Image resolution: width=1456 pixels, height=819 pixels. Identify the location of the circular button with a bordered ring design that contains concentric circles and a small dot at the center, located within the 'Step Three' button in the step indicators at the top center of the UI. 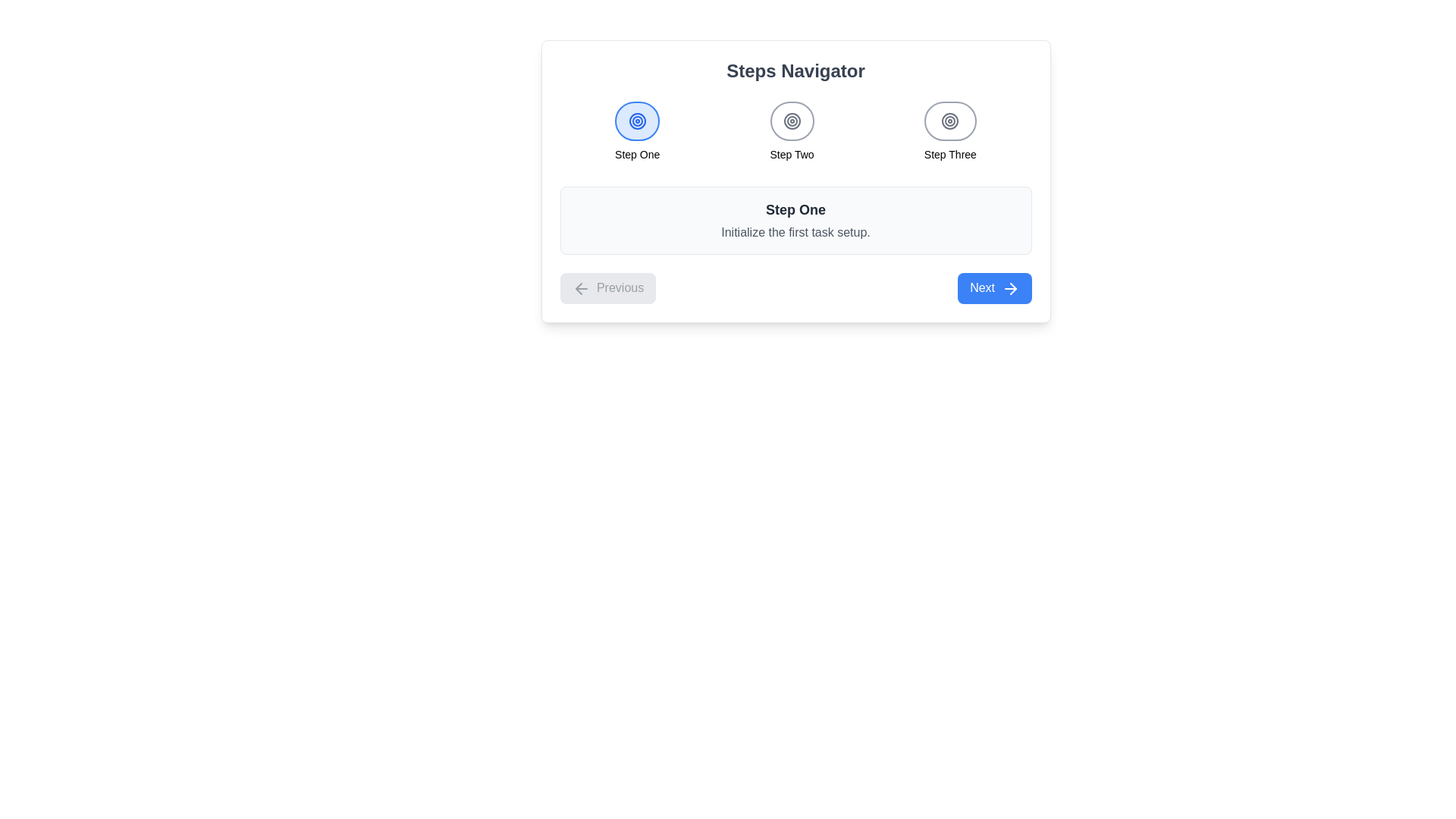
(949, 120).